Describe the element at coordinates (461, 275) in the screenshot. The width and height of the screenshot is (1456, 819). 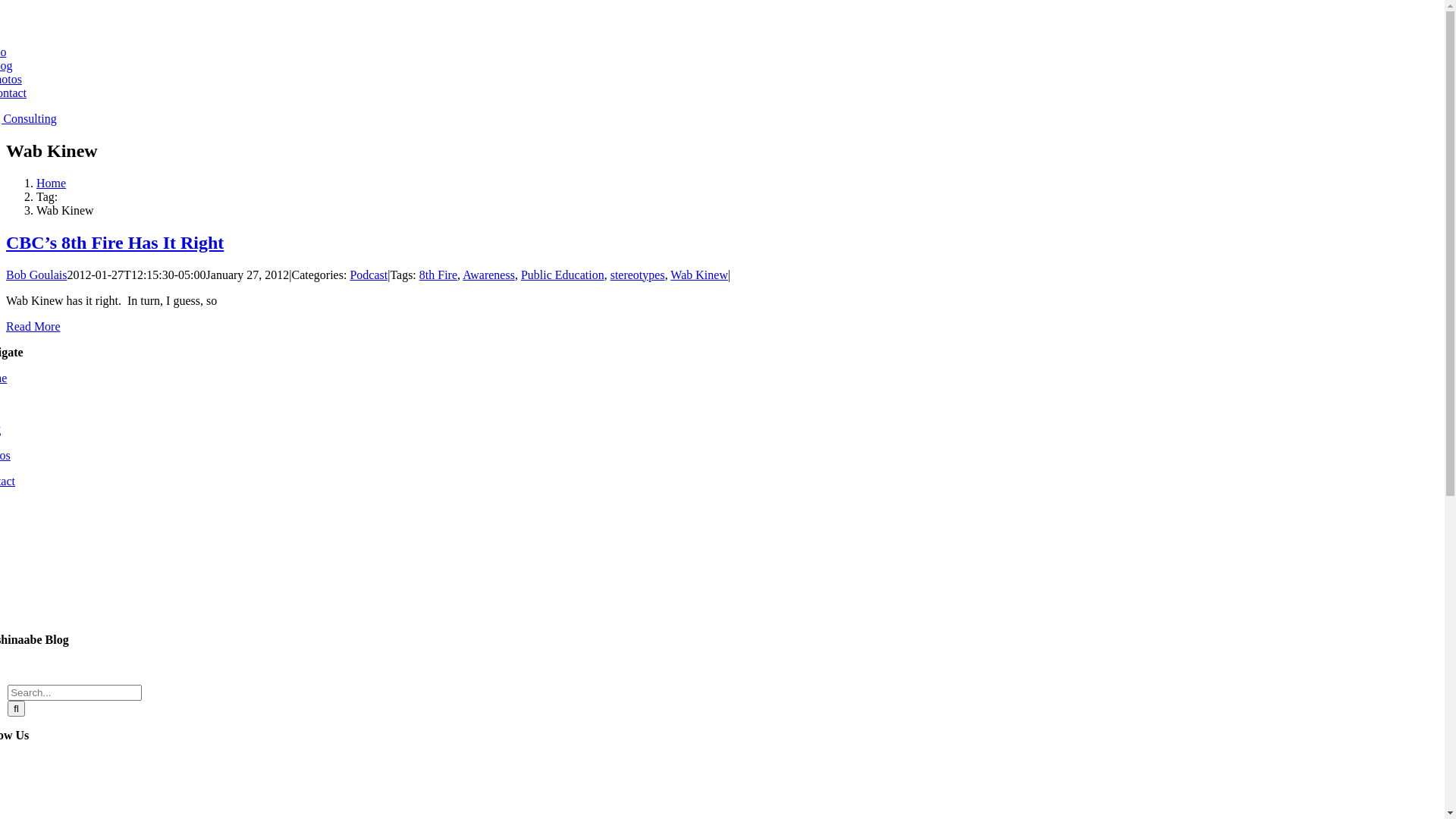
I see `'Awareness'` at that location.